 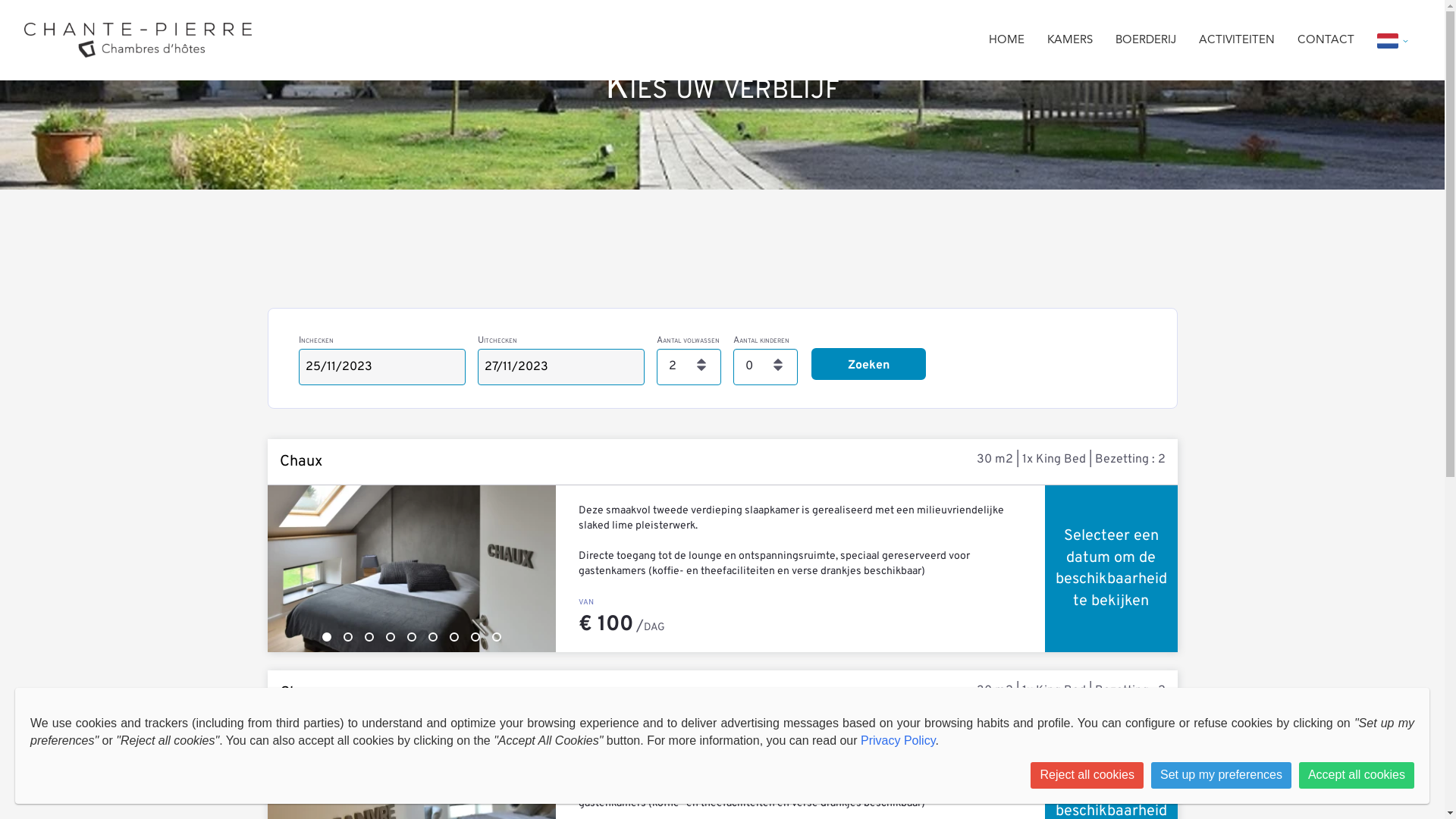 I want to click on 'Reject all cookies', so click(x=1086, y=775).